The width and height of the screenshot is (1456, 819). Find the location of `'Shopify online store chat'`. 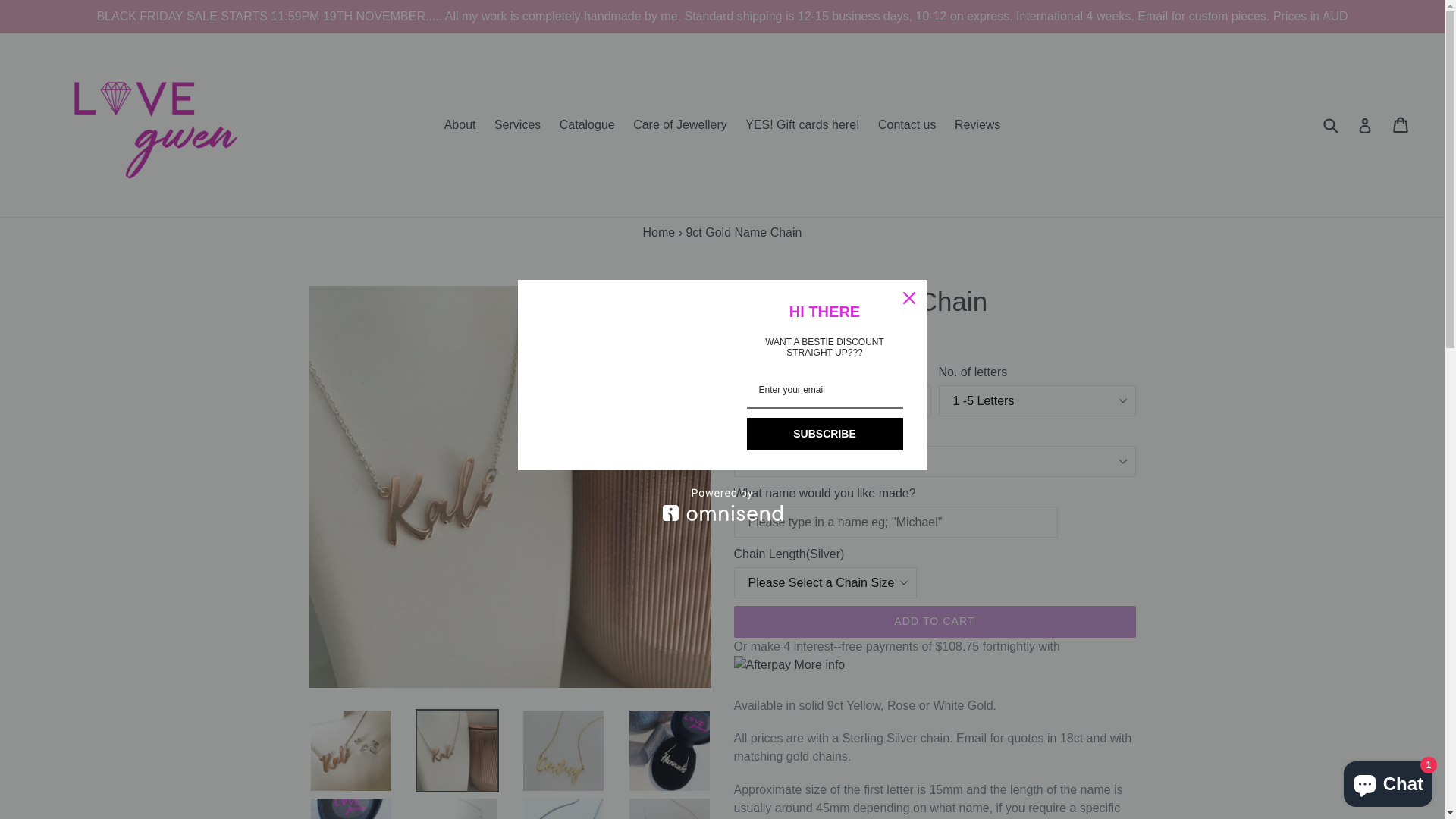

'Shopify online store chat' is located at coordinates (1388, 780).